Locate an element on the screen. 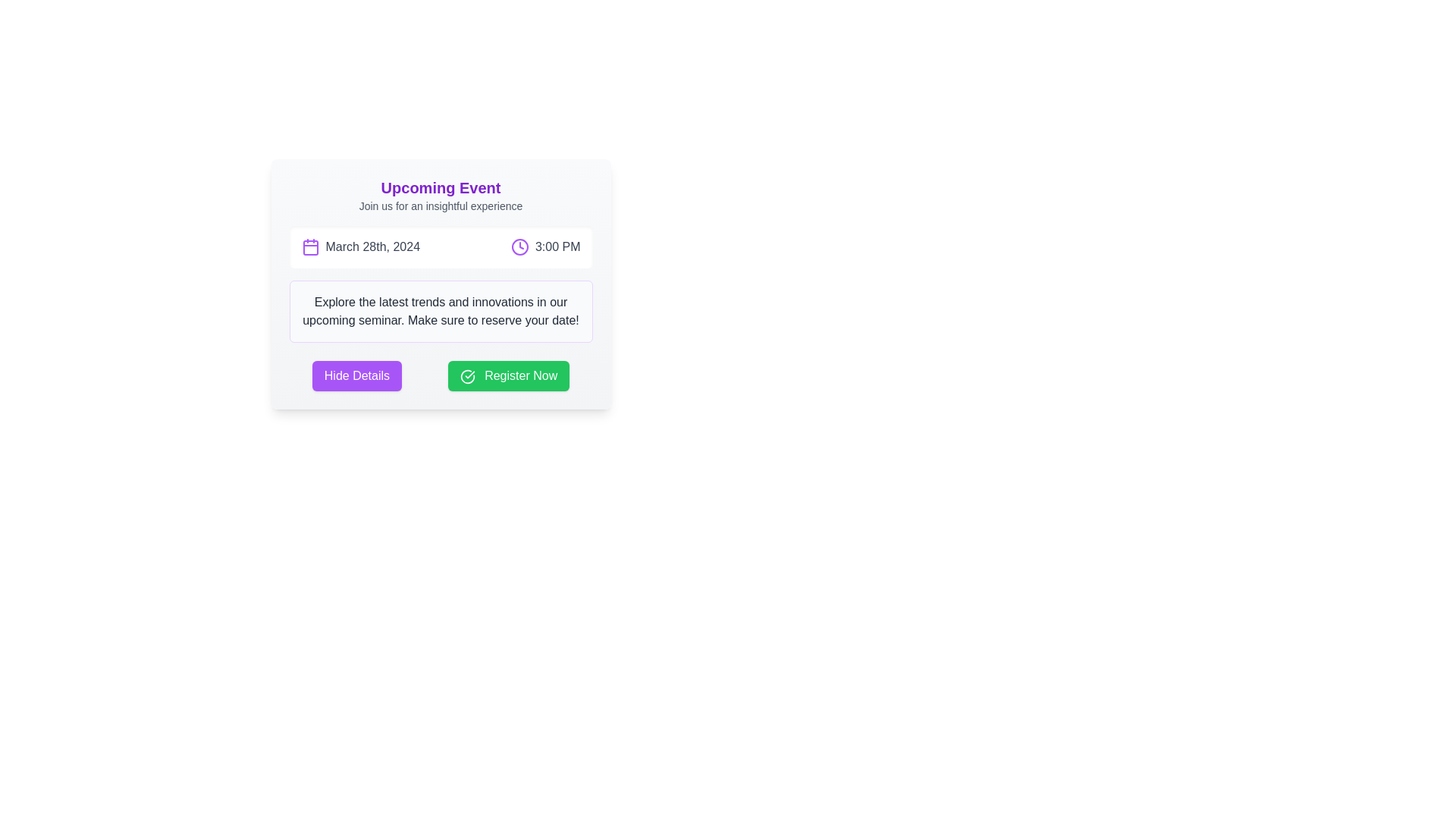 This screenshot has width=1456, height=819. the rounded rectangle within the calendar icon, which is outlined in purple and positioned in the center of the 'March 28th, 2024' section is located at coordinates (309, 247).